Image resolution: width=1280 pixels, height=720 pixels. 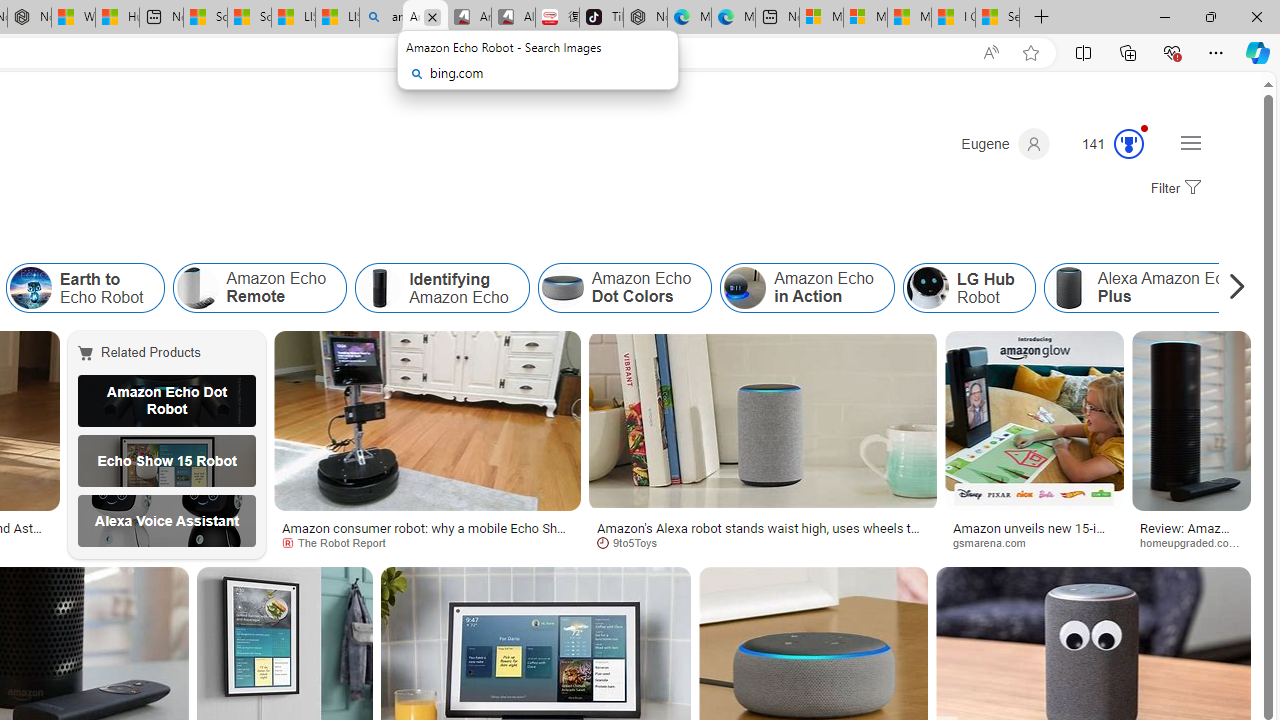 I want to click on 'LG Hub Robot', so click(x=968, y=288).